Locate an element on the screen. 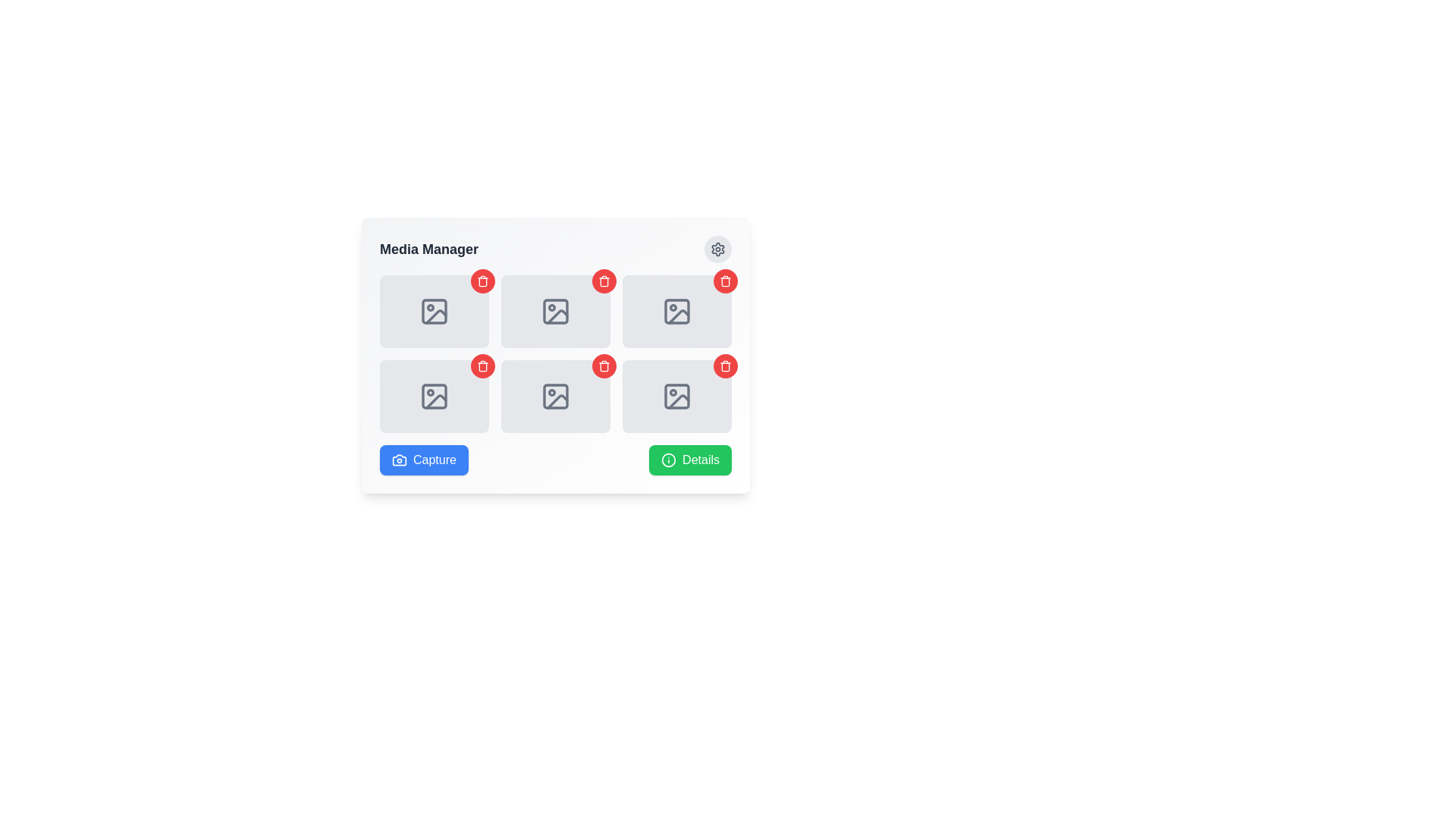 The height and width of the screenshot is (819, 1456). the delete button located at the top-right corner of the gray rectangular image placeholder in the Media Manager interface is located at coordinates (724, 281).